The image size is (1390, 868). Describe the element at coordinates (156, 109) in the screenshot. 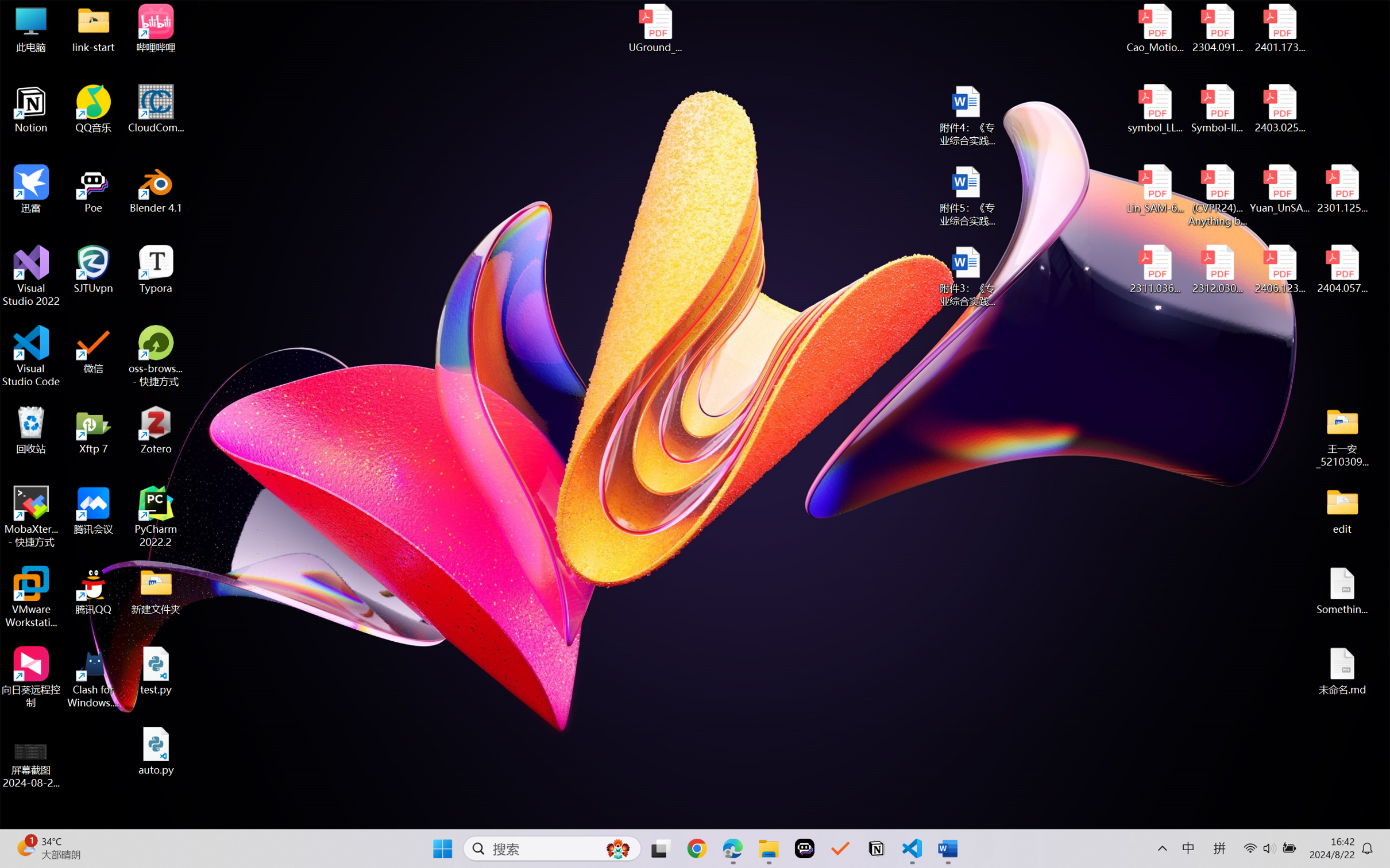

I see `'CloudCompare'` at that location.